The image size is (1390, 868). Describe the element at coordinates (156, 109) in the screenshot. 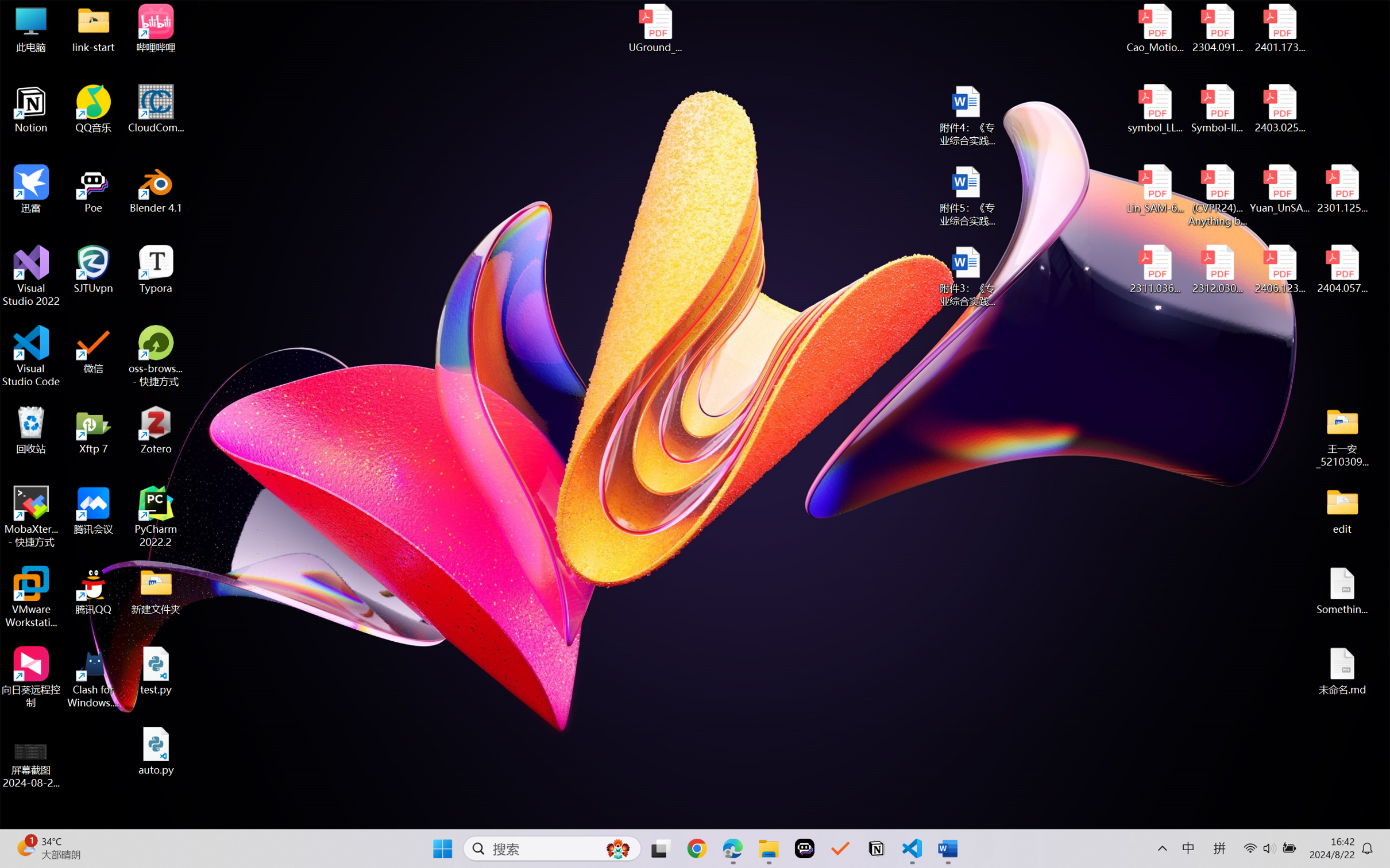

I see `'CloudCompare'` at that location.